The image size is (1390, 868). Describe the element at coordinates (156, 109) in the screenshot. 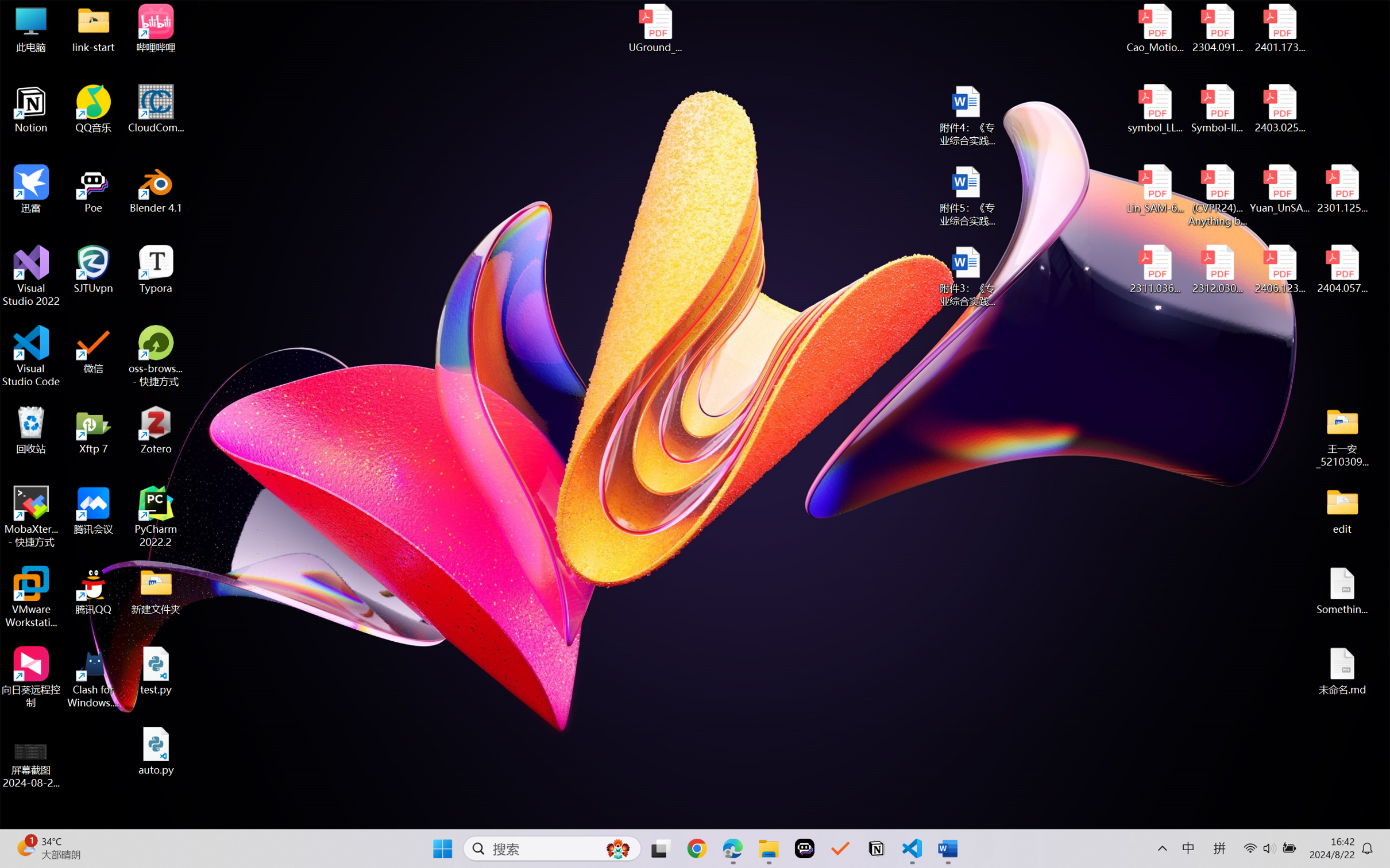

I see `'CloudCompare'` at that location.